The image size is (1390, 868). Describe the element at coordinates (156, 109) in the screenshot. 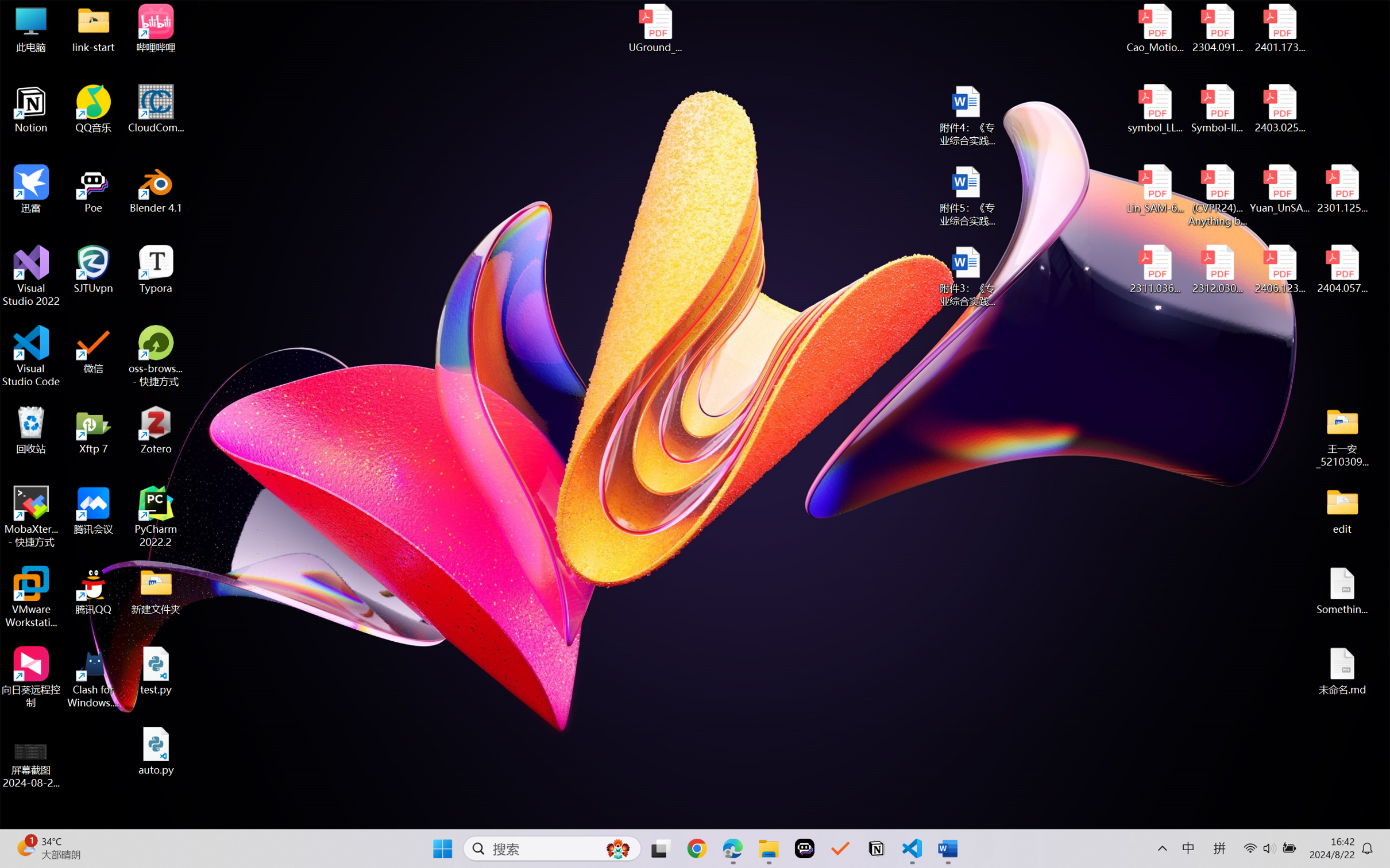

I see `'CloudCompare'` at that location.